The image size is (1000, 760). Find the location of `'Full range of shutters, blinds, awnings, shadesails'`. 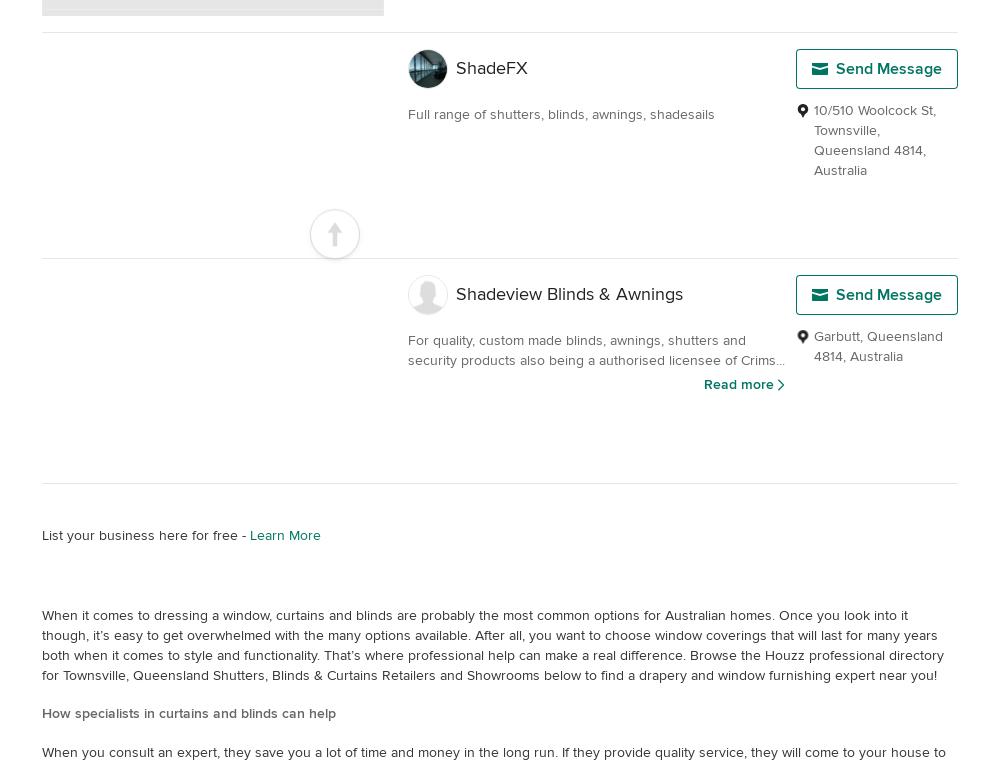

'Full range of shutters, blinds, awnings, shadesails' is located at coordinates (561, 114).